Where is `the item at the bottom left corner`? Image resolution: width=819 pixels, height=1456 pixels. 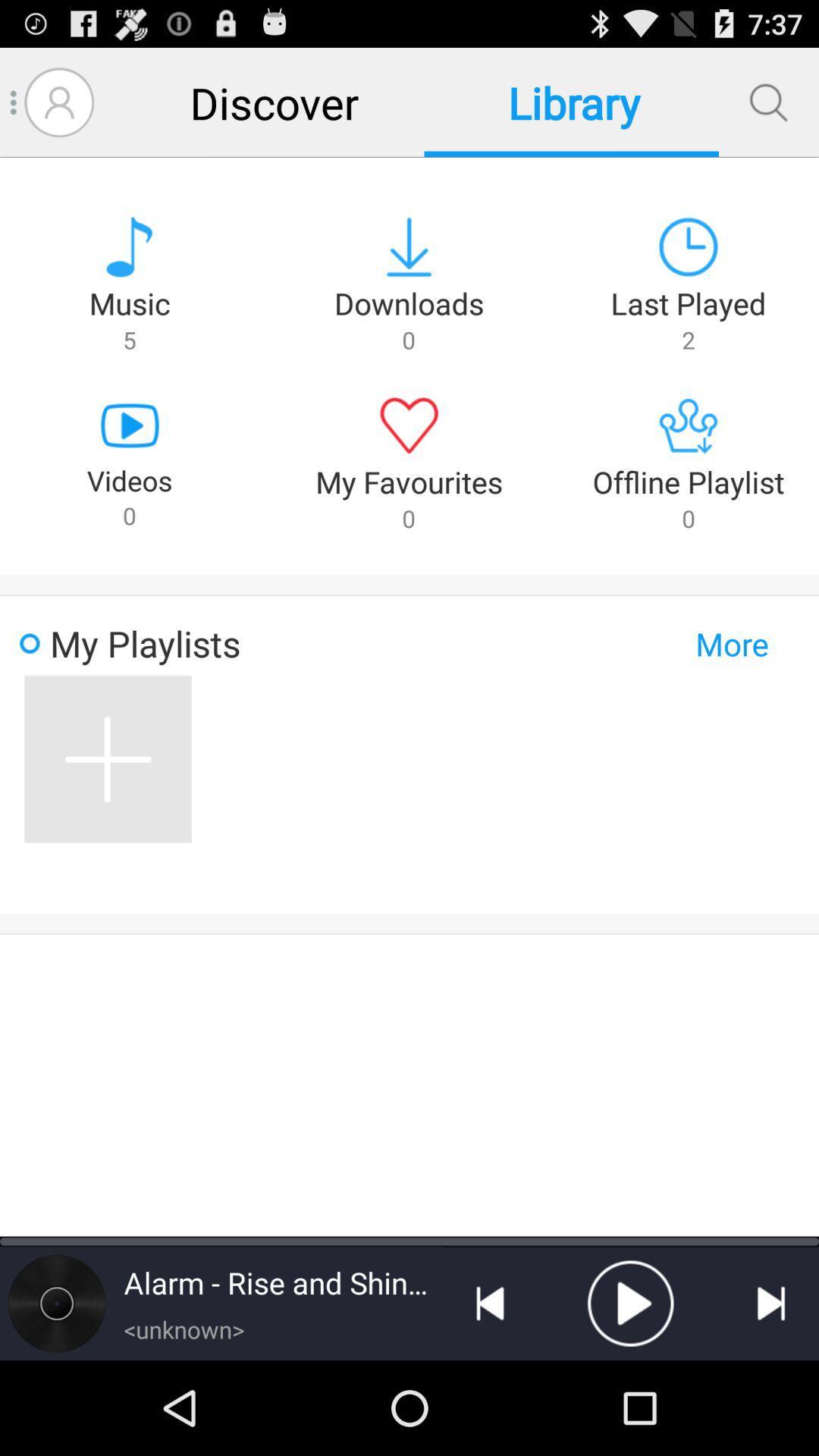 the item at the bottom left corner is located at coordinates (55, 1302).